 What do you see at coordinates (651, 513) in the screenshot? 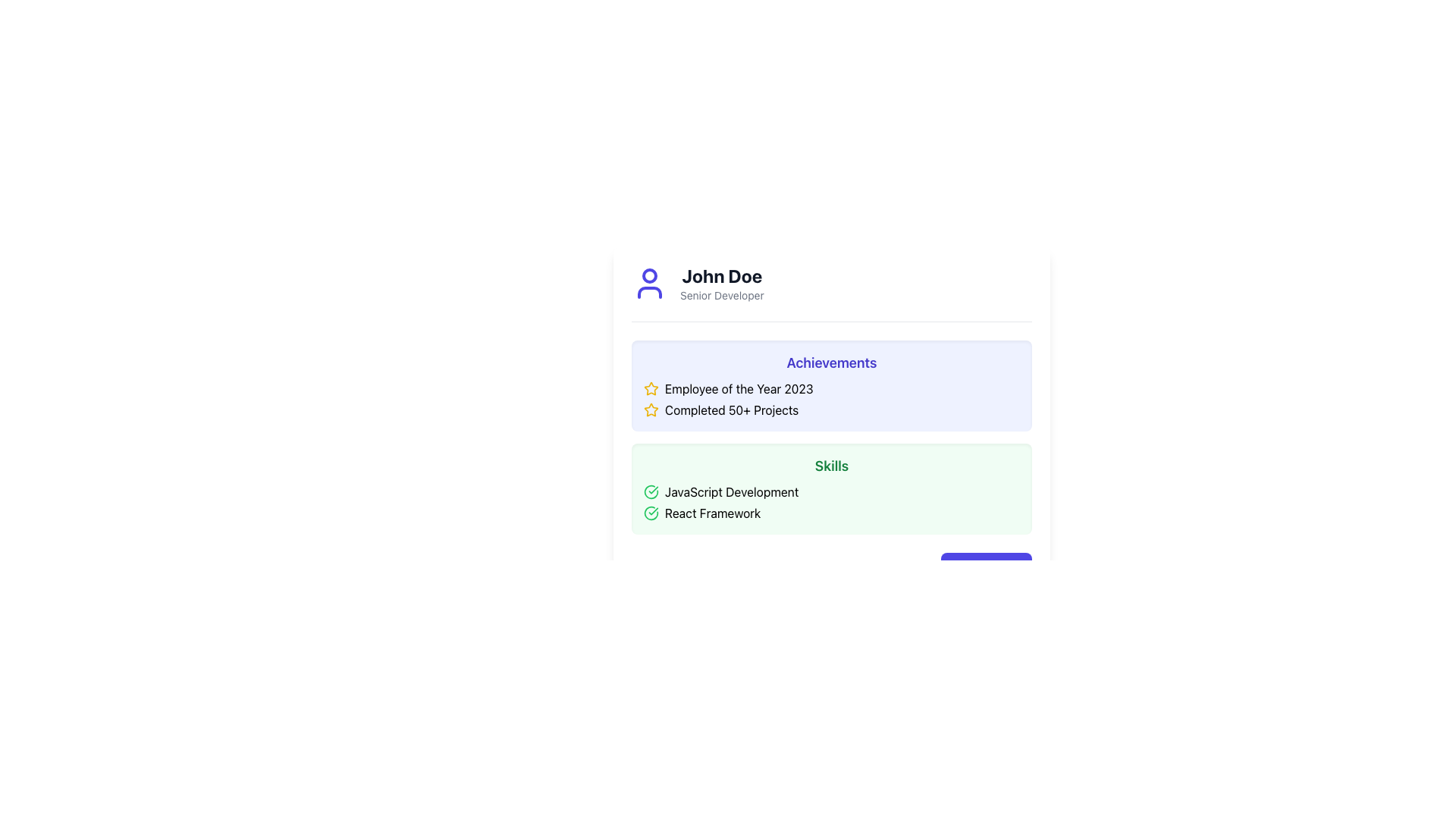
I see `the status indicator represented by the circular SVG icon with a checkmark, which is located adjacent to the 'React Framework' text in the 'Skills' section` at bounding box center [651, 513].